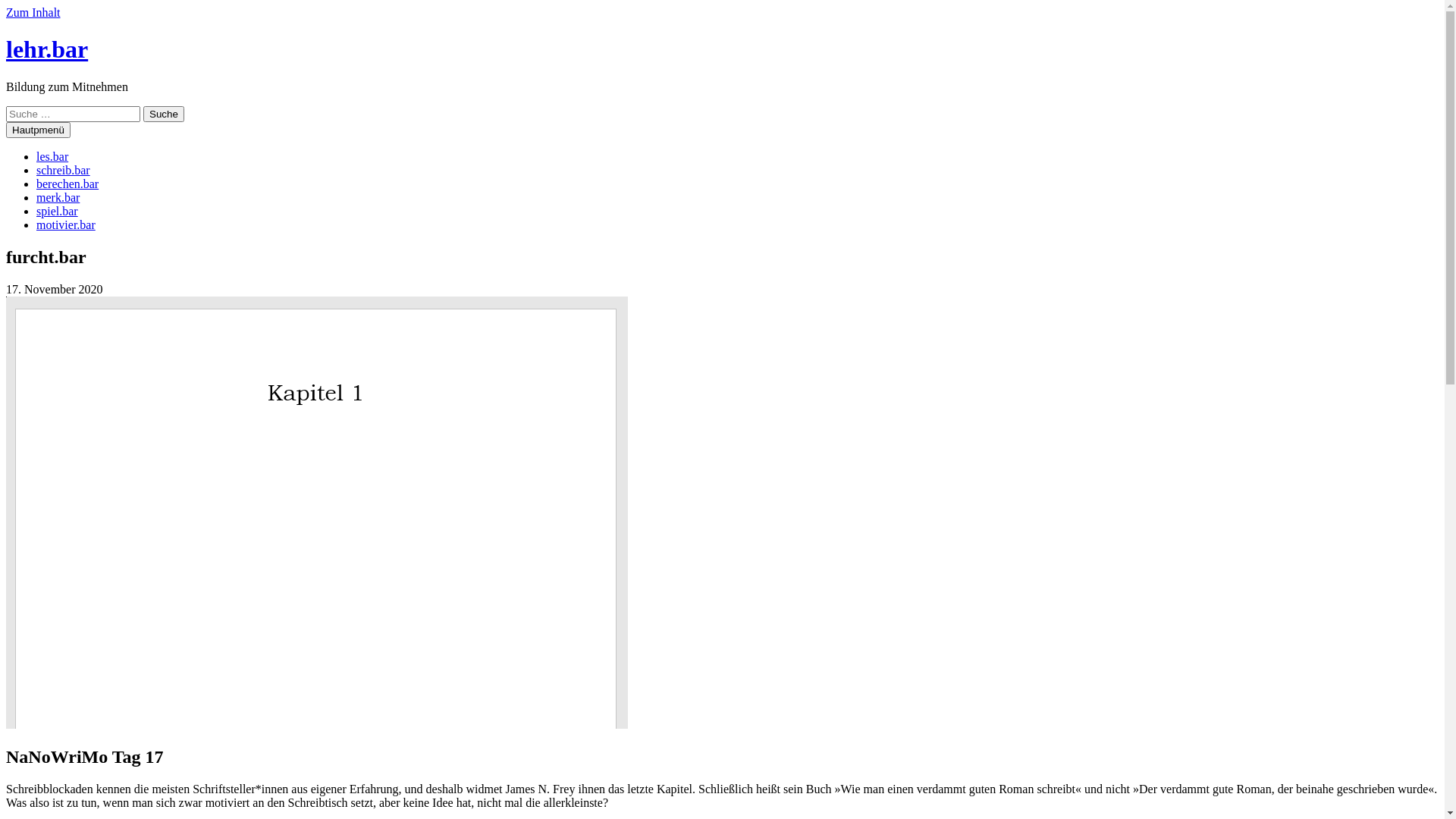 This screenshot has width=1456, height=819. I want to click on 'Zum Inhalt', so click(33, 12).